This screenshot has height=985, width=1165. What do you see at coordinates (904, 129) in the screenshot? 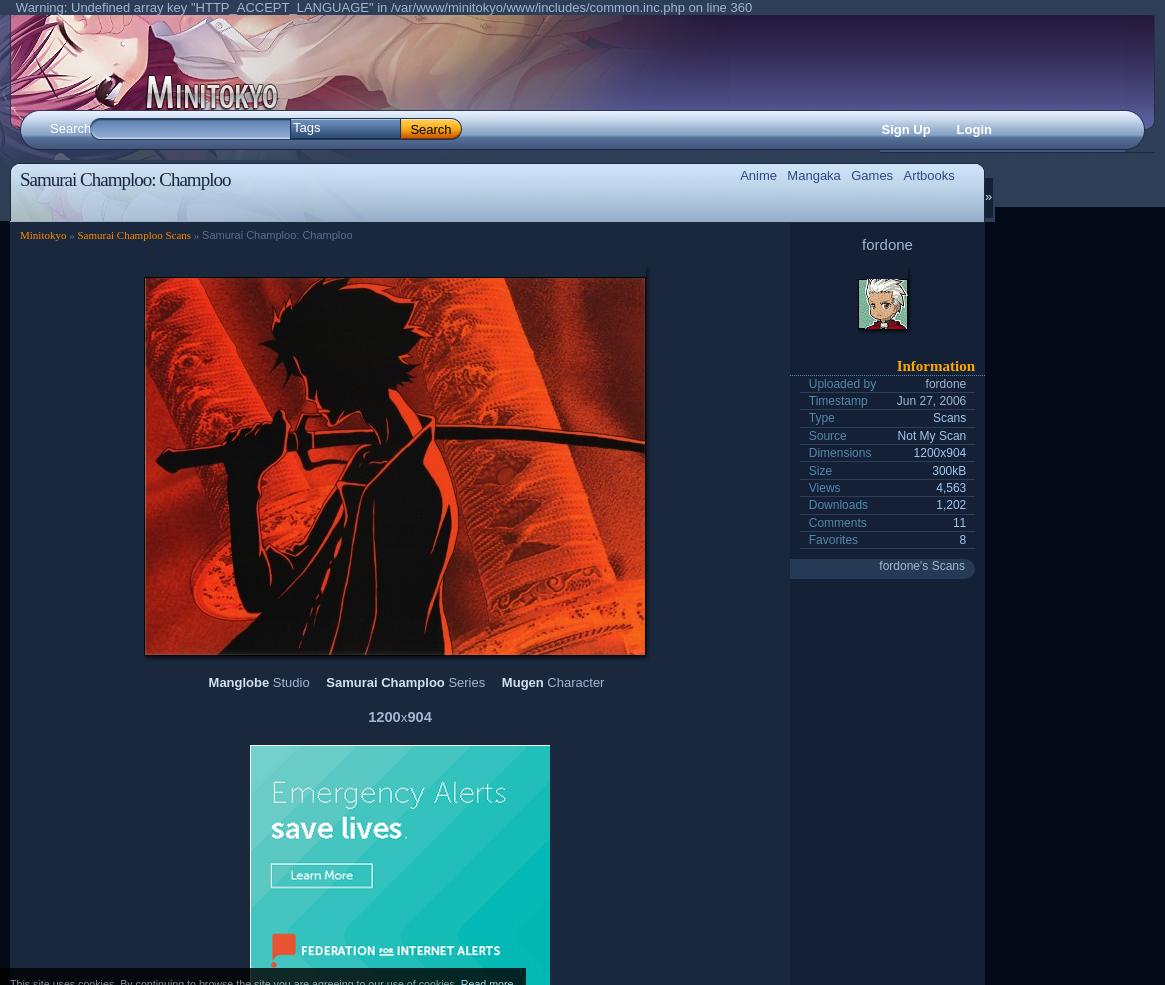
I see `'Sign Up'` at bounding box center [904, 129].